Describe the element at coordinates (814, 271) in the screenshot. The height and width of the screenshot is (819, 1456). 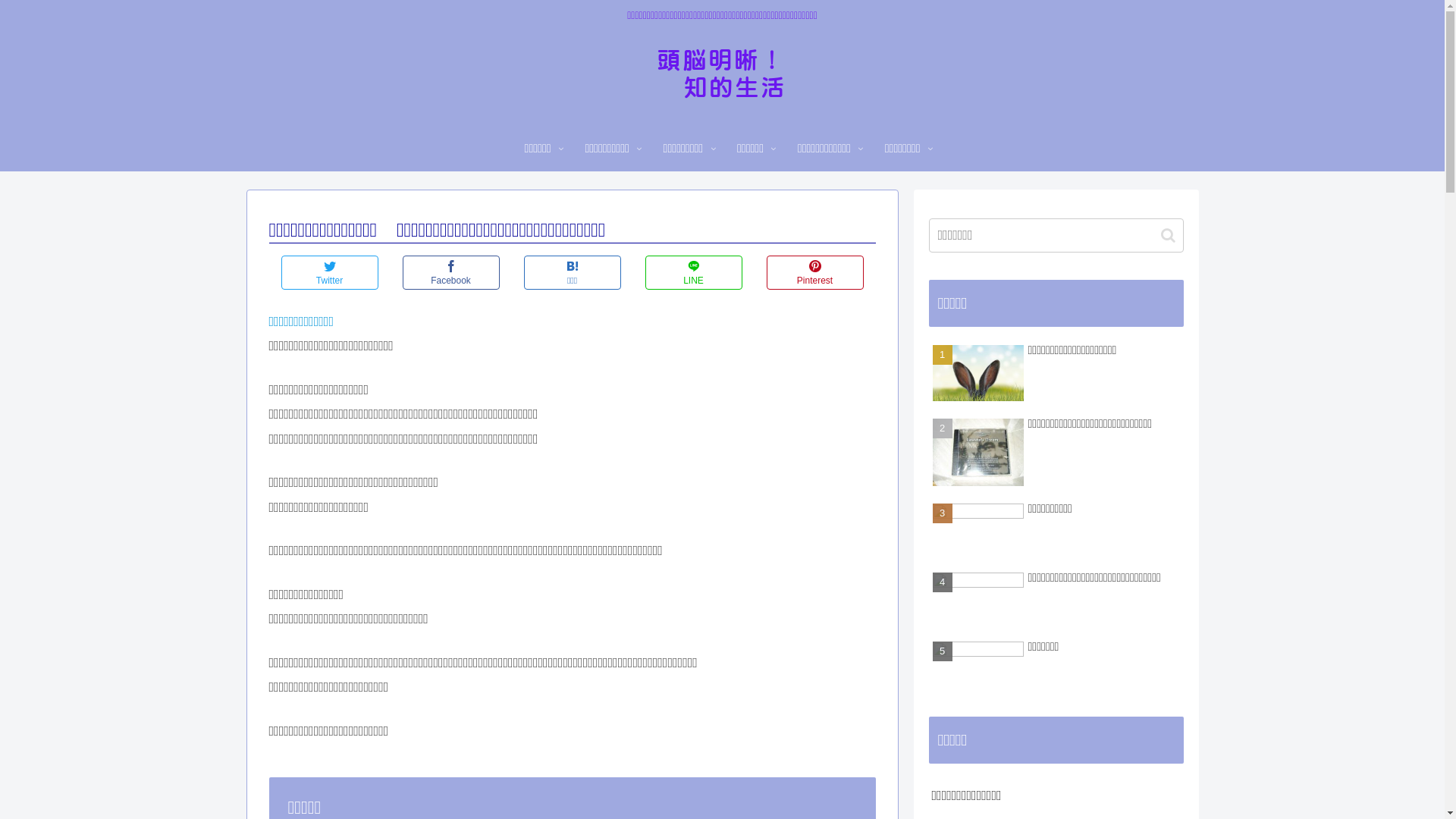
I see `'Pinterest'` at that location.